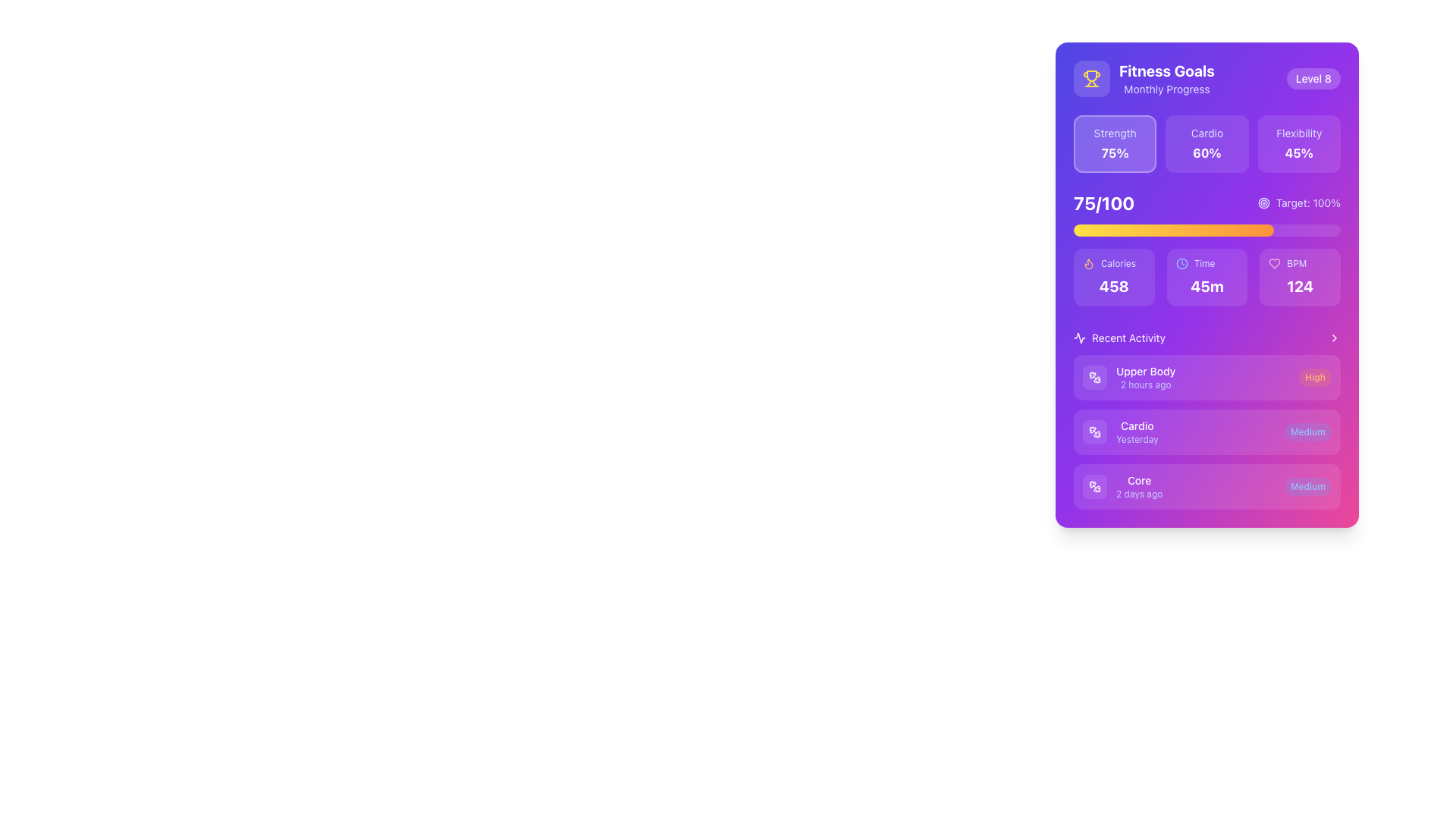 The height and width of the screenshot is (819, 1456). What do you see at coordinates (1128, 337) in the screenshot?
I see `the Text Label that serves as a non-interactive title for the recent activities section, located in the purple sidebar interface` at bounding box center [1128, 337].